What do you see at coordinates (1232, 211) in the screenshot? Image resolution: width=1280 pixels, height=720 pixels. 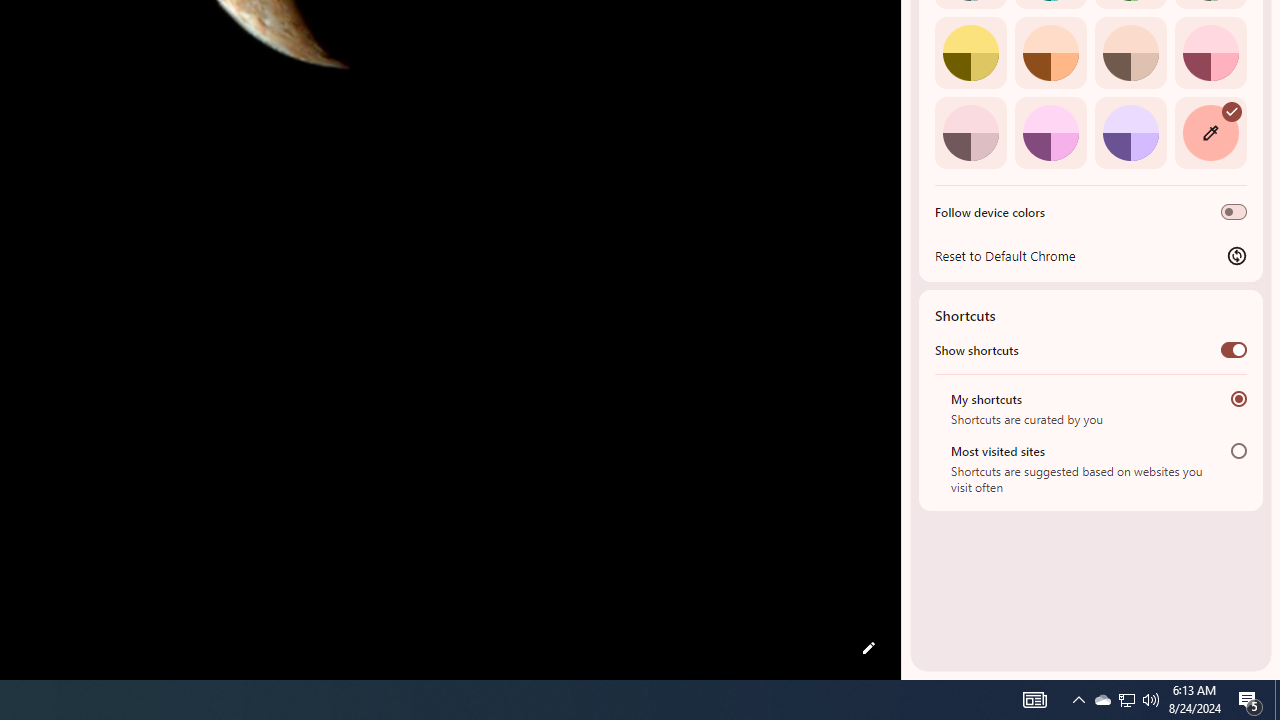 I see `'Follow device colors'` at bounding box center [1232, 211].